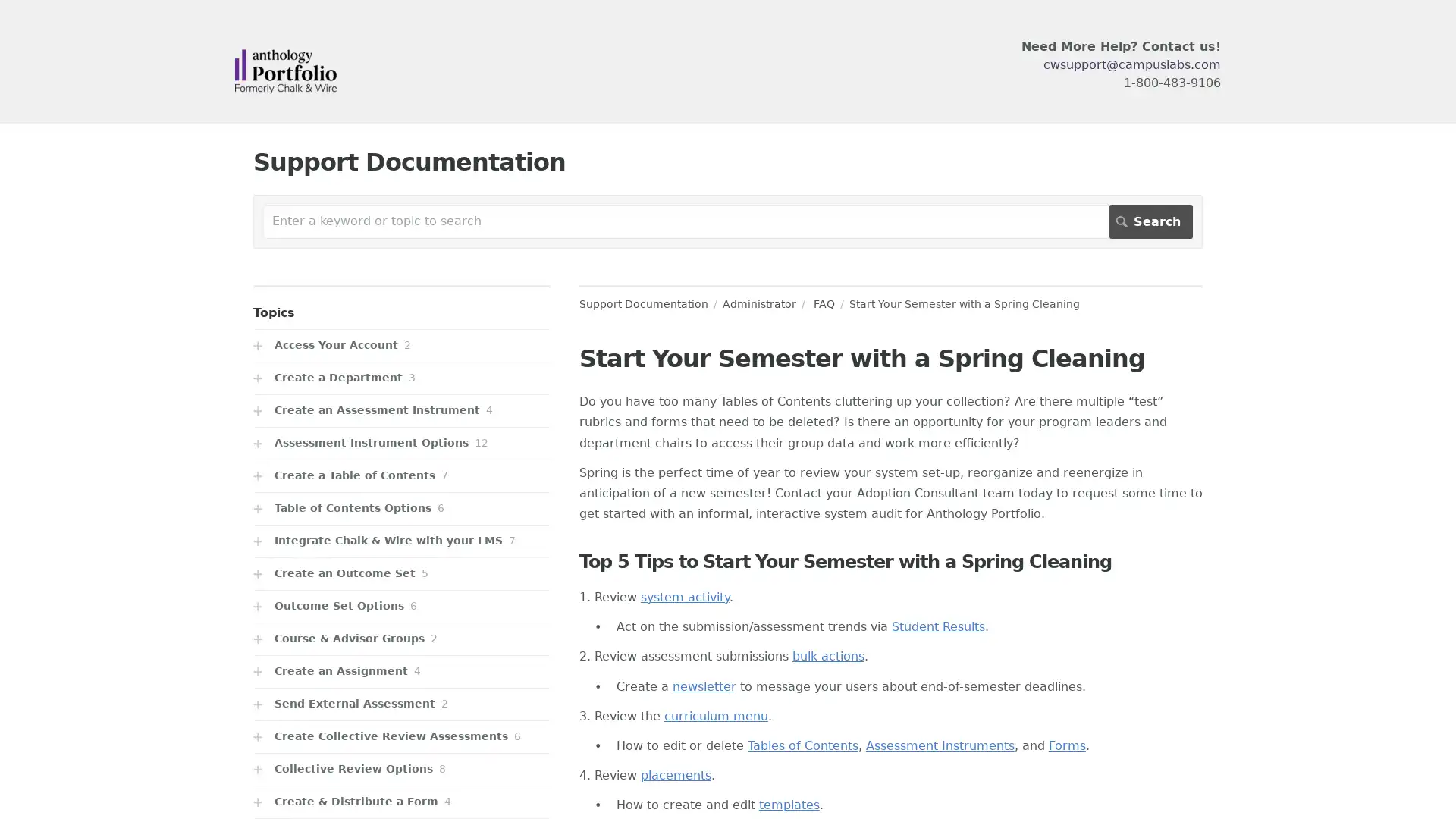  I want to click on Create an Outcome Set 5, so click(401, 573).